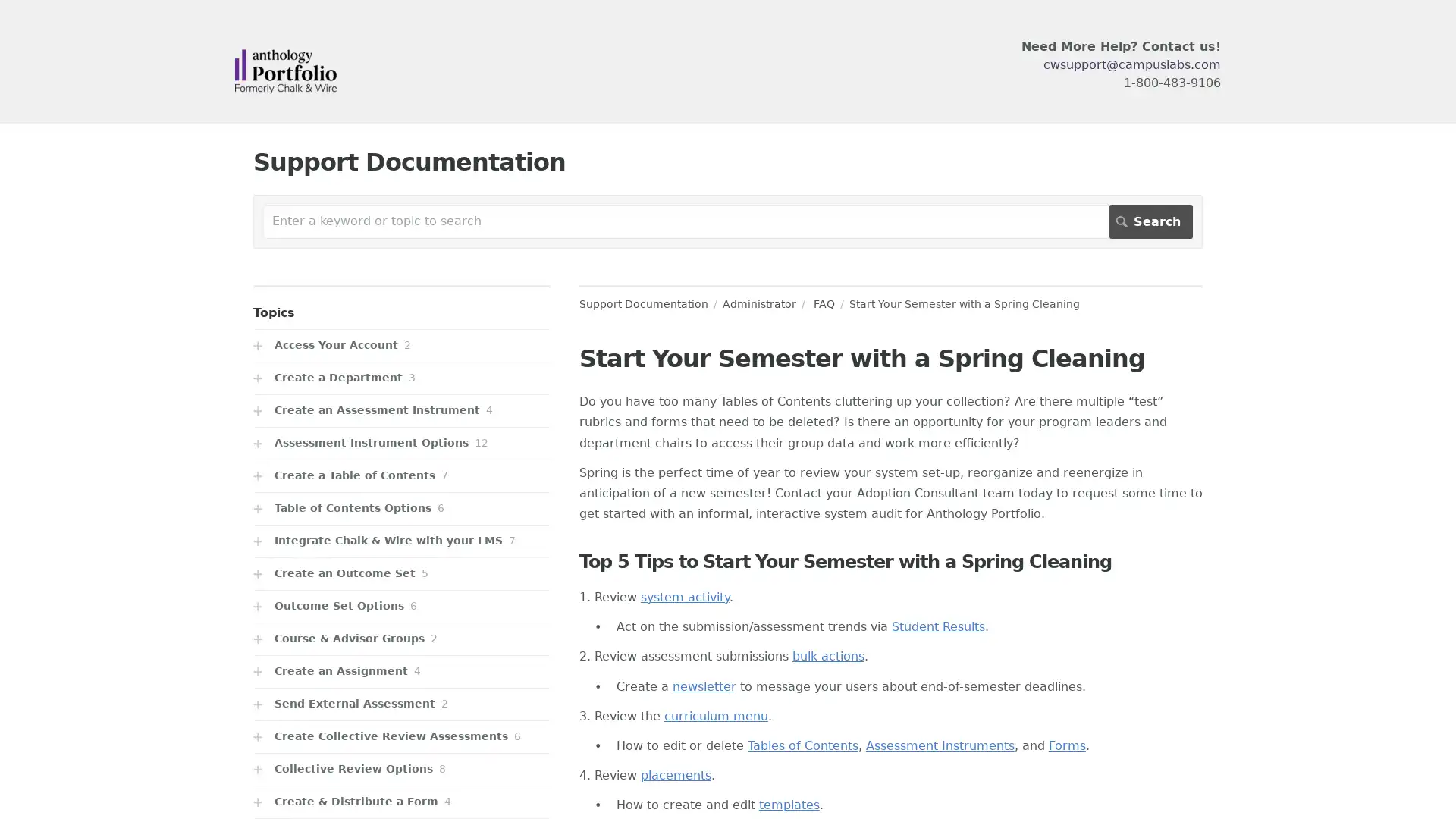  I want to click on Create an Outcome Set 5, so click(401, 573).